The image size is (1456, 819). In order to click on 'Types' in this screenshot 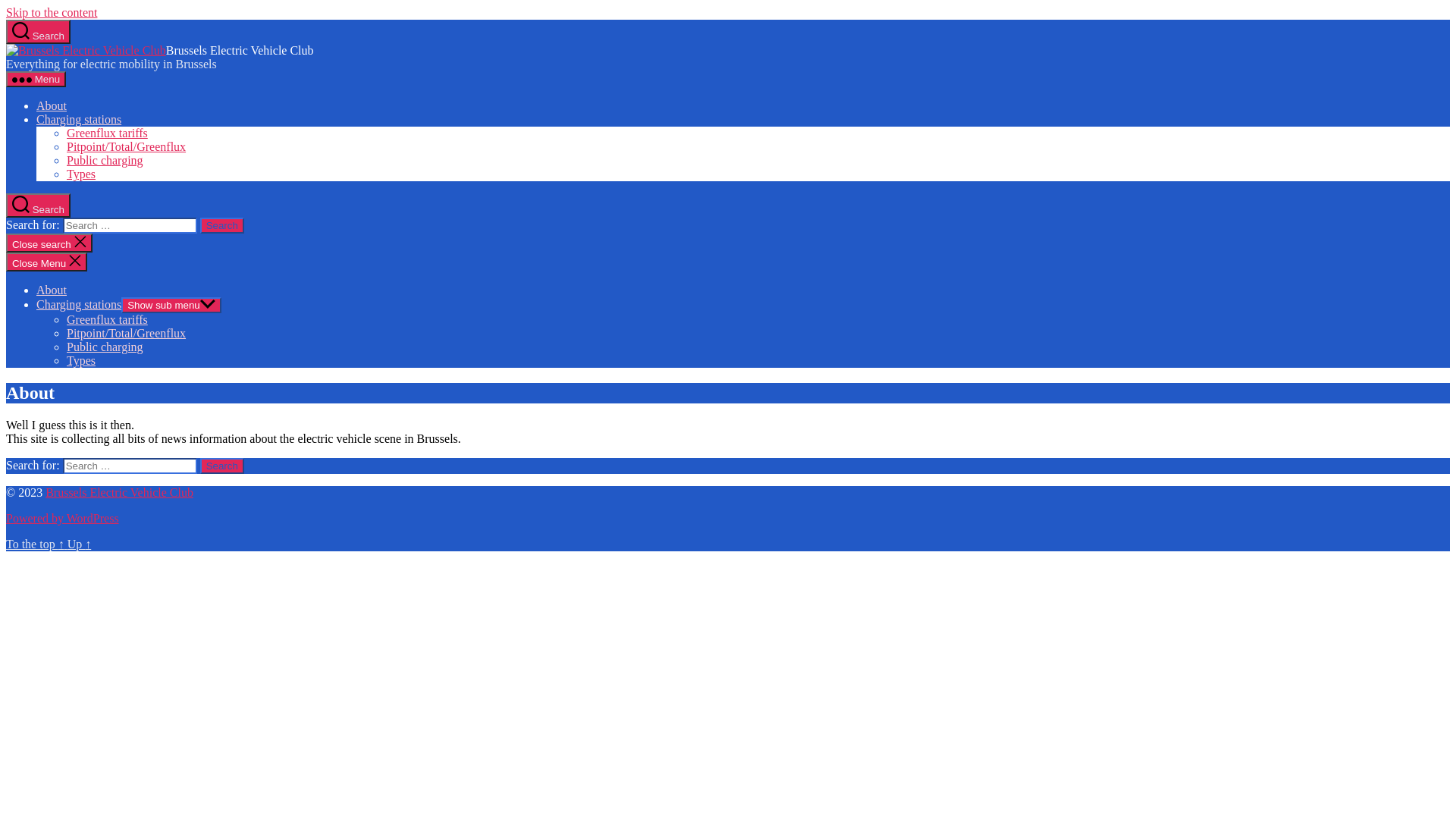, I will do `click(65, 360)`.